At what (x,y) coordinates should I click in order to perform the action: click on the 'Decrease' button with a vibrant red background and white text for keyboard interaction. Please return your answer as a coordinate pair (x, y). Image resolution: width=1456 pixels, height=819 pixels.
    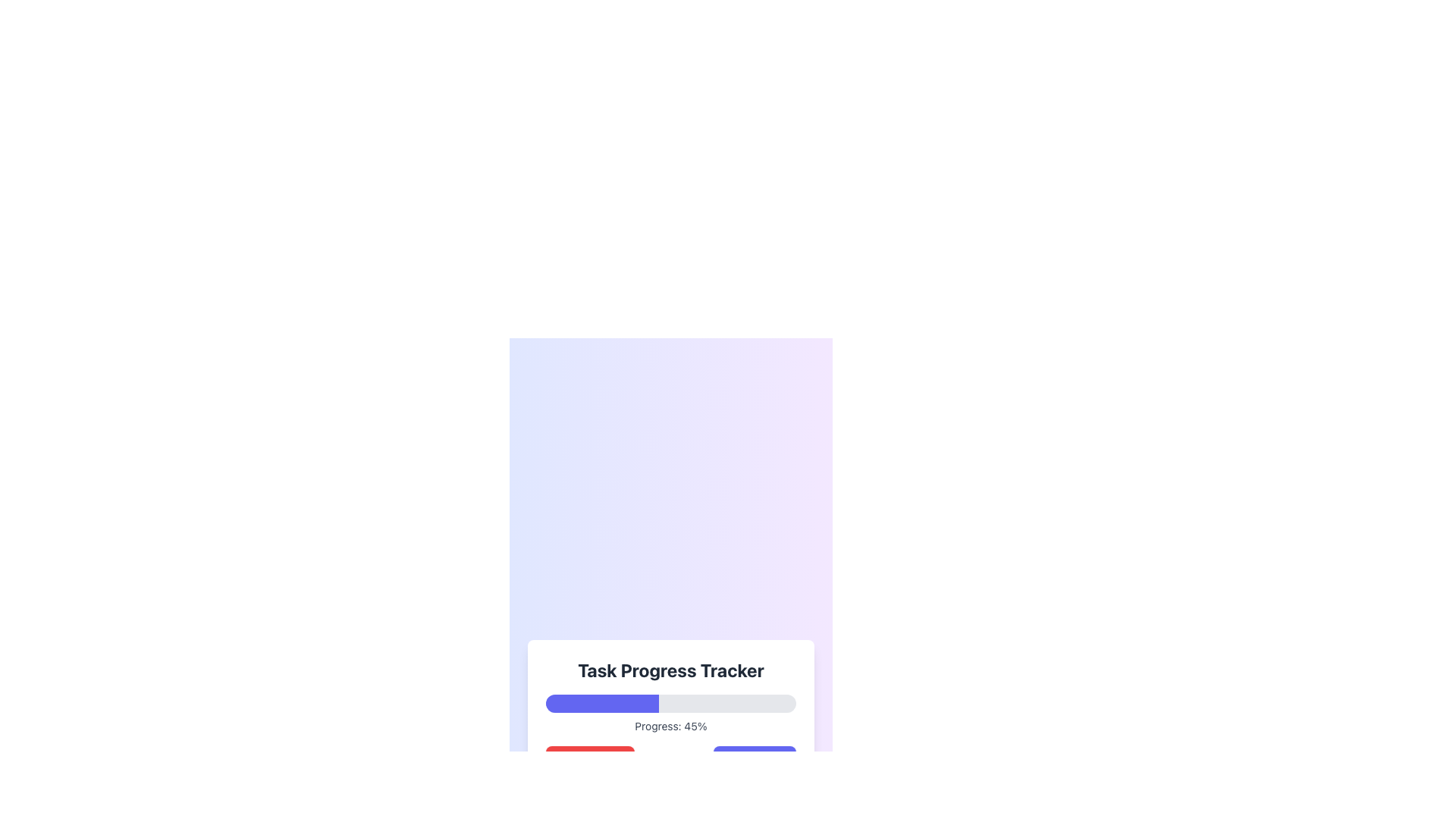
    Looking at the image, I should click on (589, 761).